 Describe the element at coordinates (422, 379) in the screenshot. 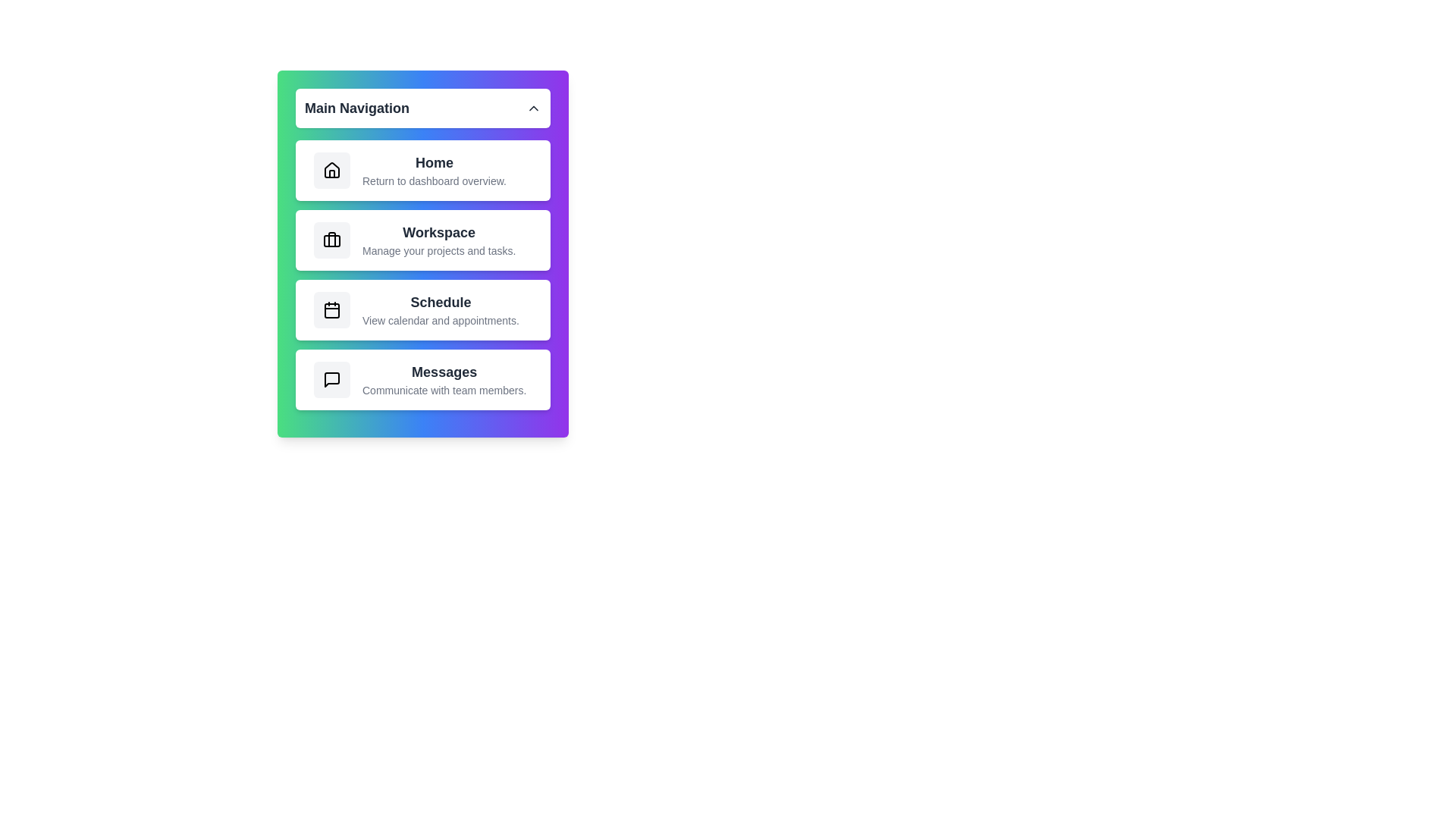

I see `the navigation item Messages to observe the hover effect` at that location.